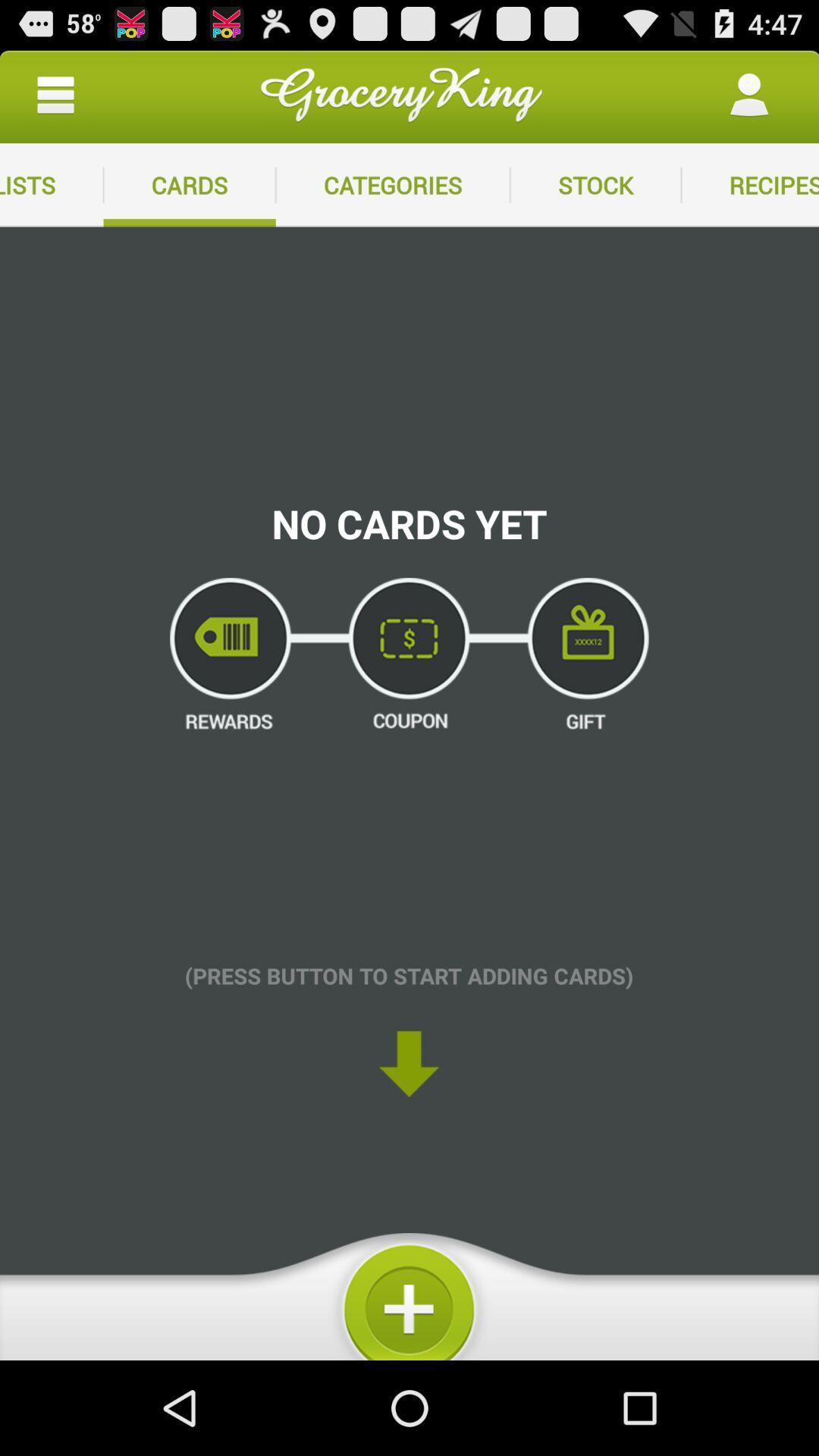  I want to click on item next to recipes icon, so click(595, 184).